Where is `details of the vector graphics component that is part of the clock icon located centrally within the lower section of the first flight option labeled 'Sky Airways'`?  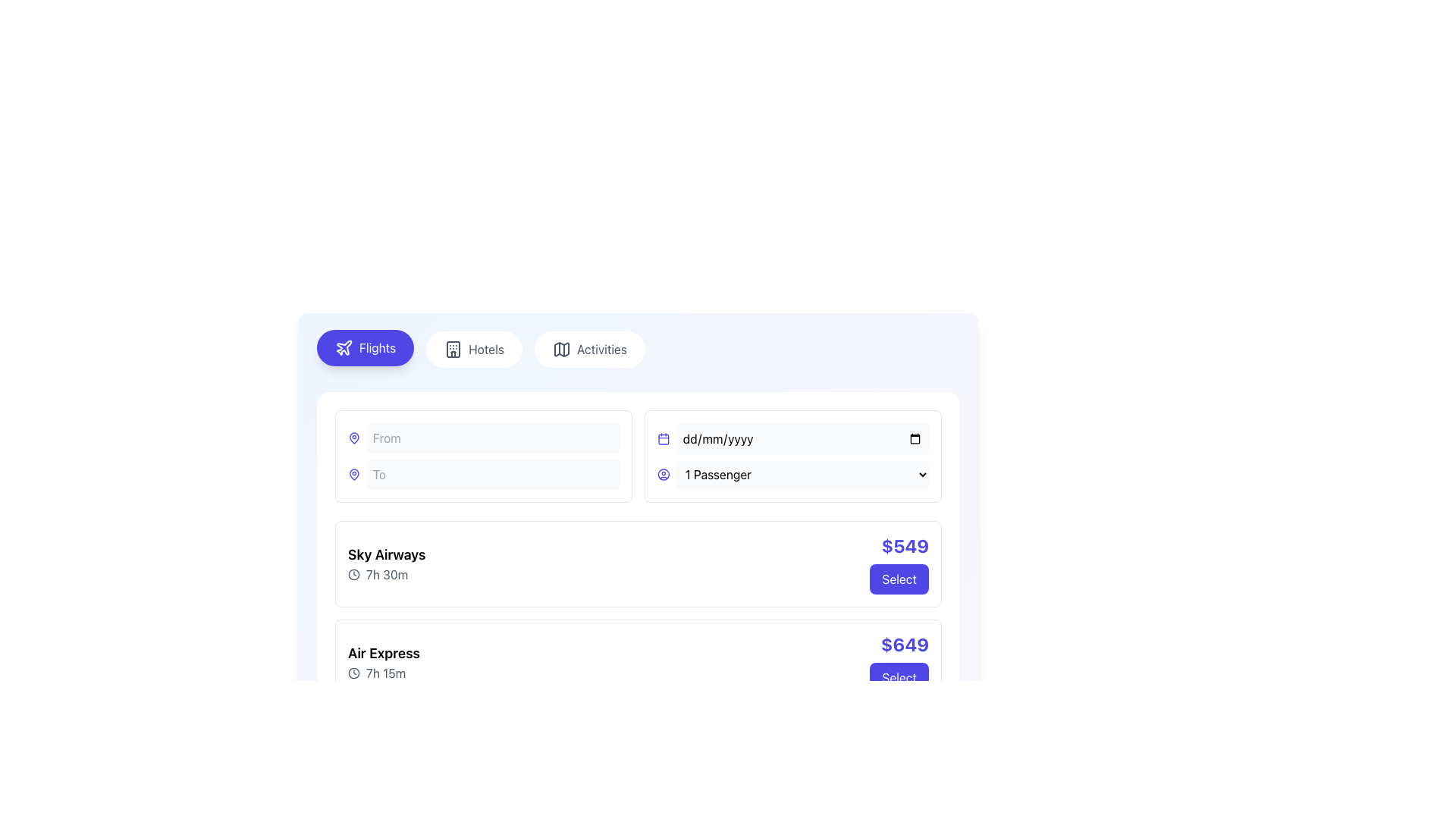 details of the vector graphics component that is part of the clock icon located centrally within the lower section of the first flight option labeled 'Sky Airways' is located at coordinates (378, 564).